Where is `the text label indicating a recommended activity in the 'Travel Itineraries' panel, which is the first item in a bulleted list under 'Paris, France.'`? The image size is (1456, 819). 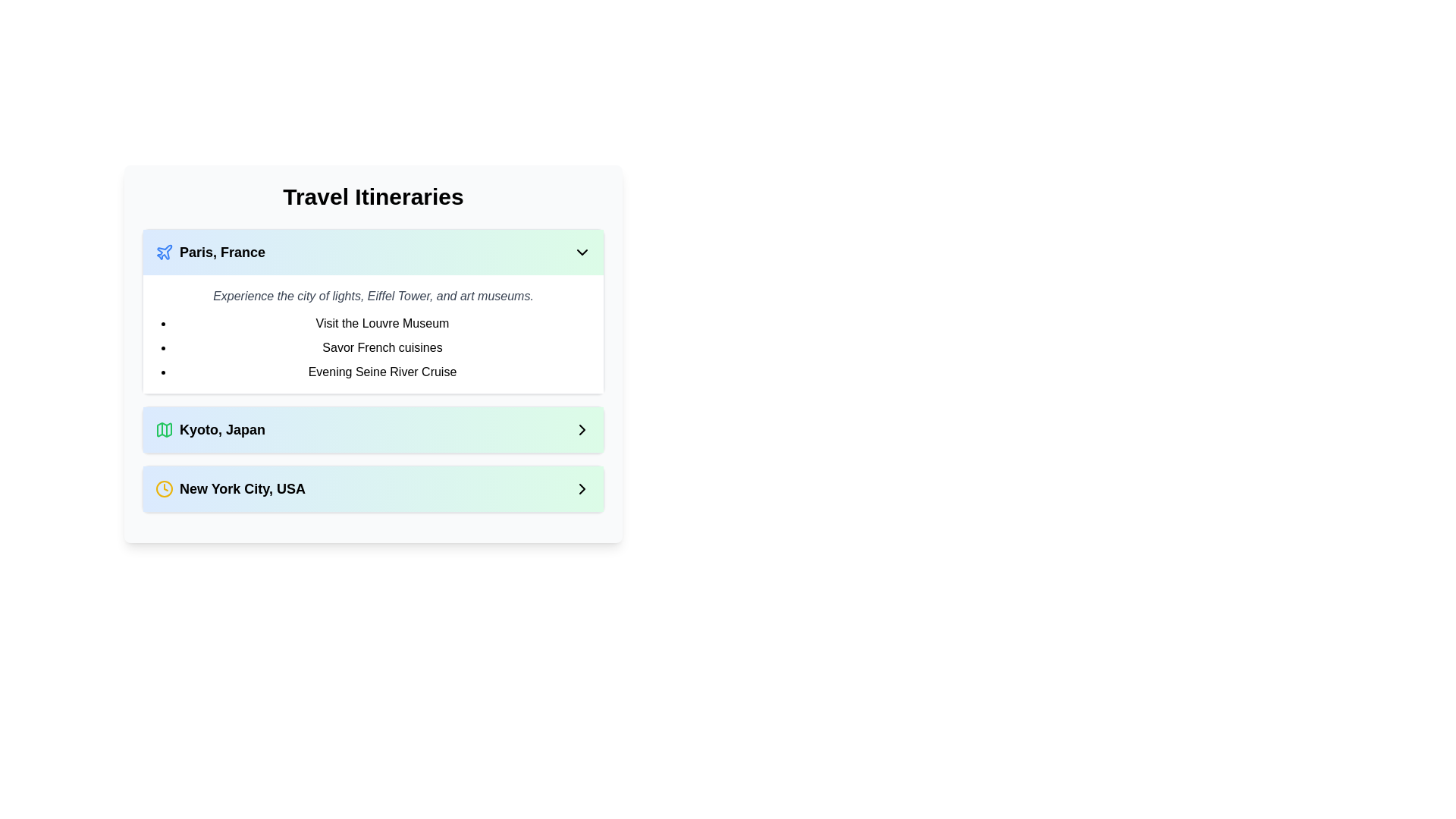 the text label indicating a recommended activity in the 'Travel Itineraries' panel, which is the first item in a bulleted list under 'Paris, France.' is located at coordinates (382, 323).